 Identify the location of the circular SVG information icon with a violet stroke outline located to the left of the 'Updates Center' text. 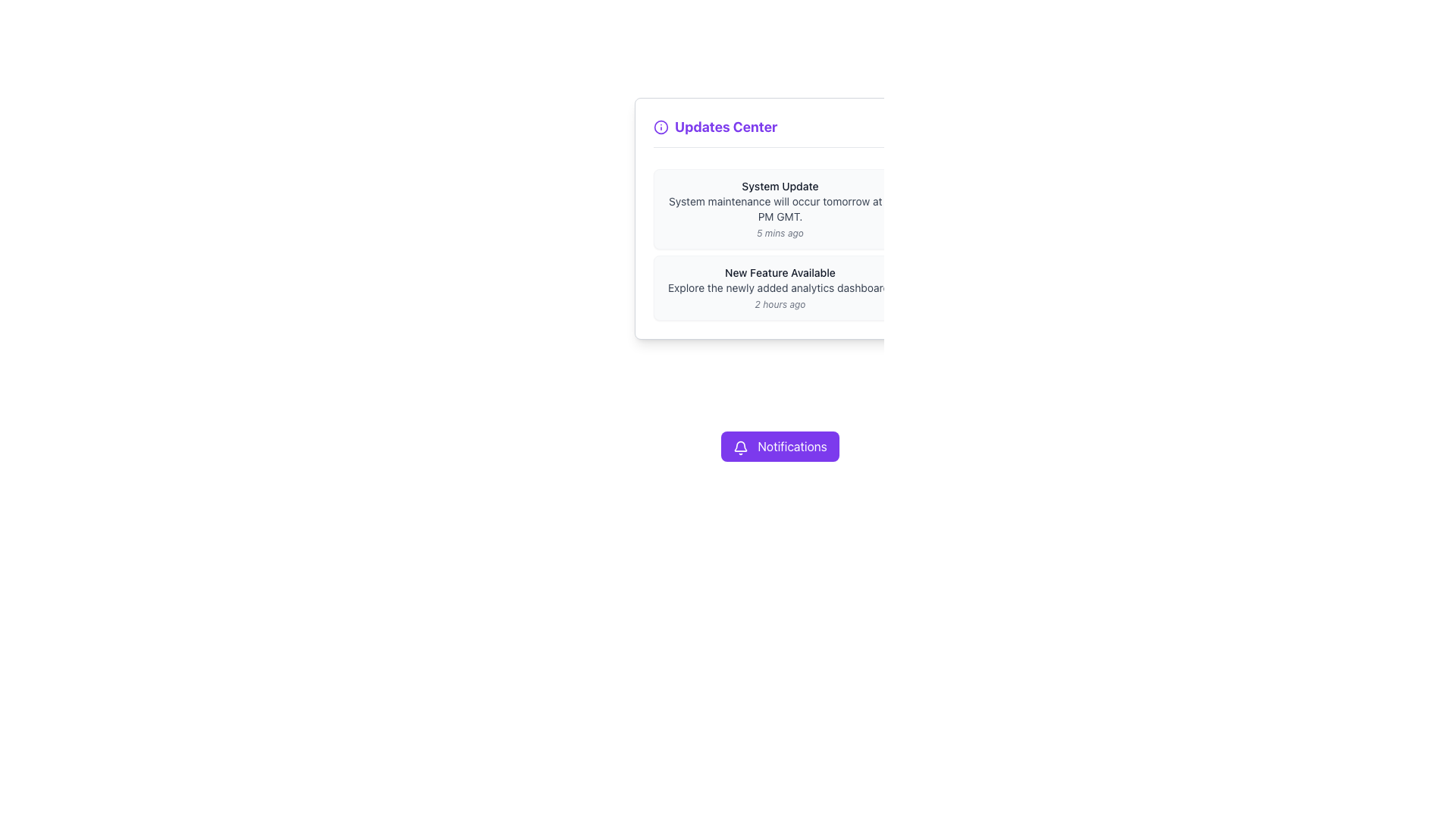
(661, 127).